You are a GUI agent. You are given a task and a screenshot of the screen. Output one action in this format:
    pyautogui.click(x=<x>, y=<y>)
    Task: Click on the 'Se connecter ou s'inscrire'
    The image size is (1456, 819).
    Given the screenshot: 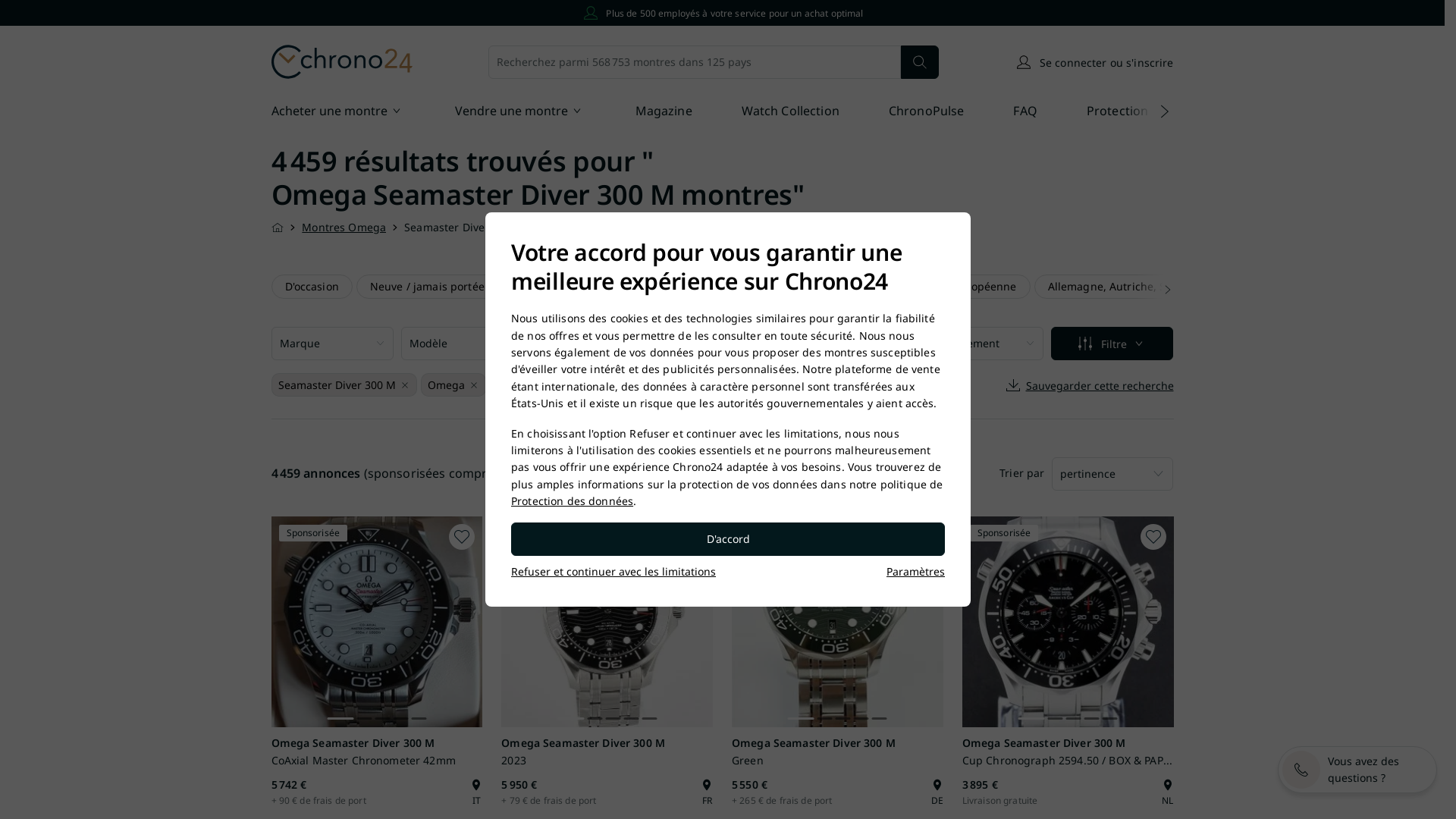 What is the action you would take?
    pyautogui.click(x=1094, y=61)
    